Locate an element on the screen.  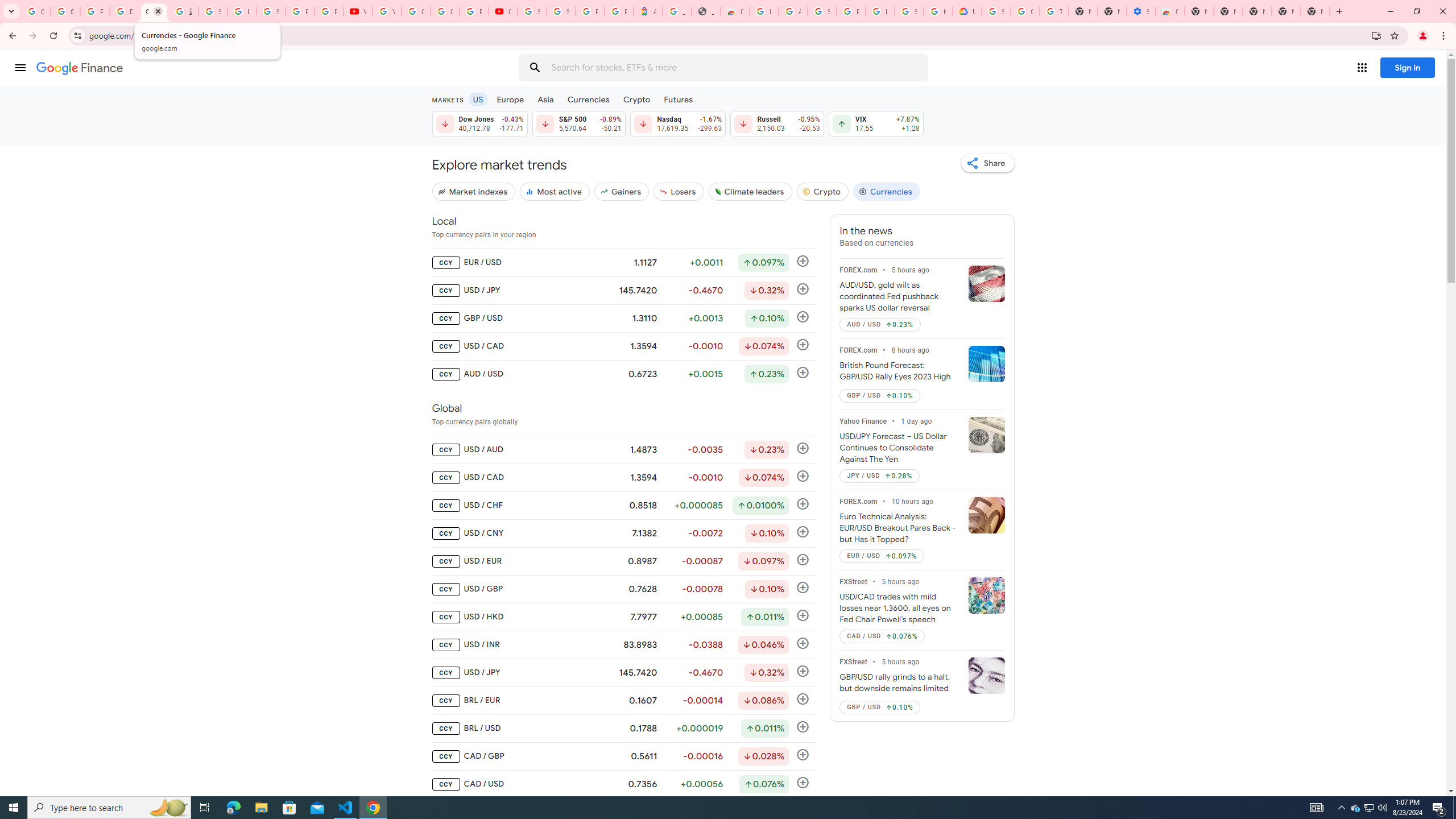
'CCY EUR / USD 1.1127 +0.0011 Up by 0.078% Follow' is located at coordinates (623, 263).